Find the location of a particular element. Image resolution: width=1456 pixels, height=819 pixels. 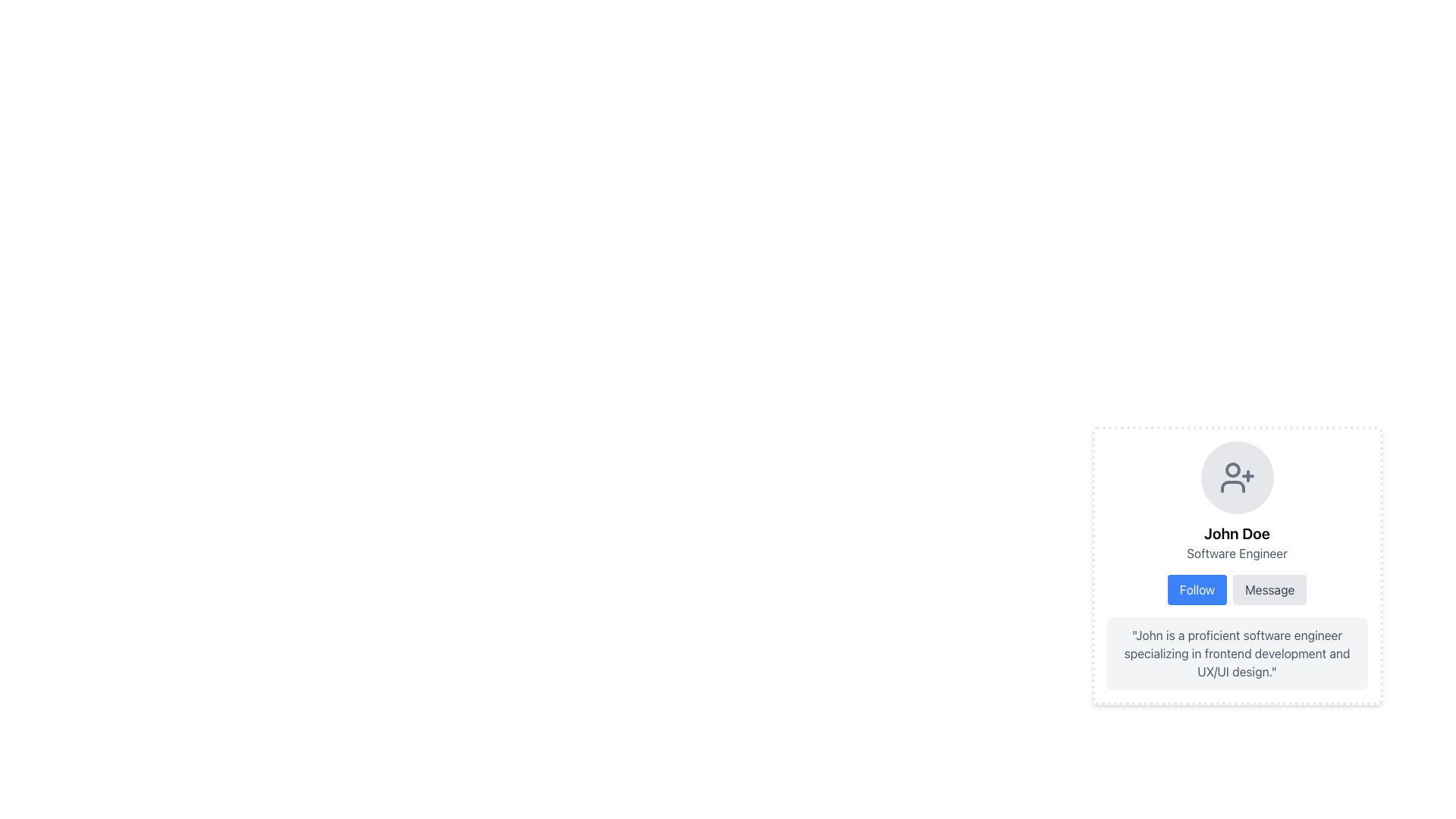

the text block that provides a textual description or brief biography of the individual displayed in the profile card, located at the bottom under the Follow and Message buttons is located at coordinates (1237, 652).